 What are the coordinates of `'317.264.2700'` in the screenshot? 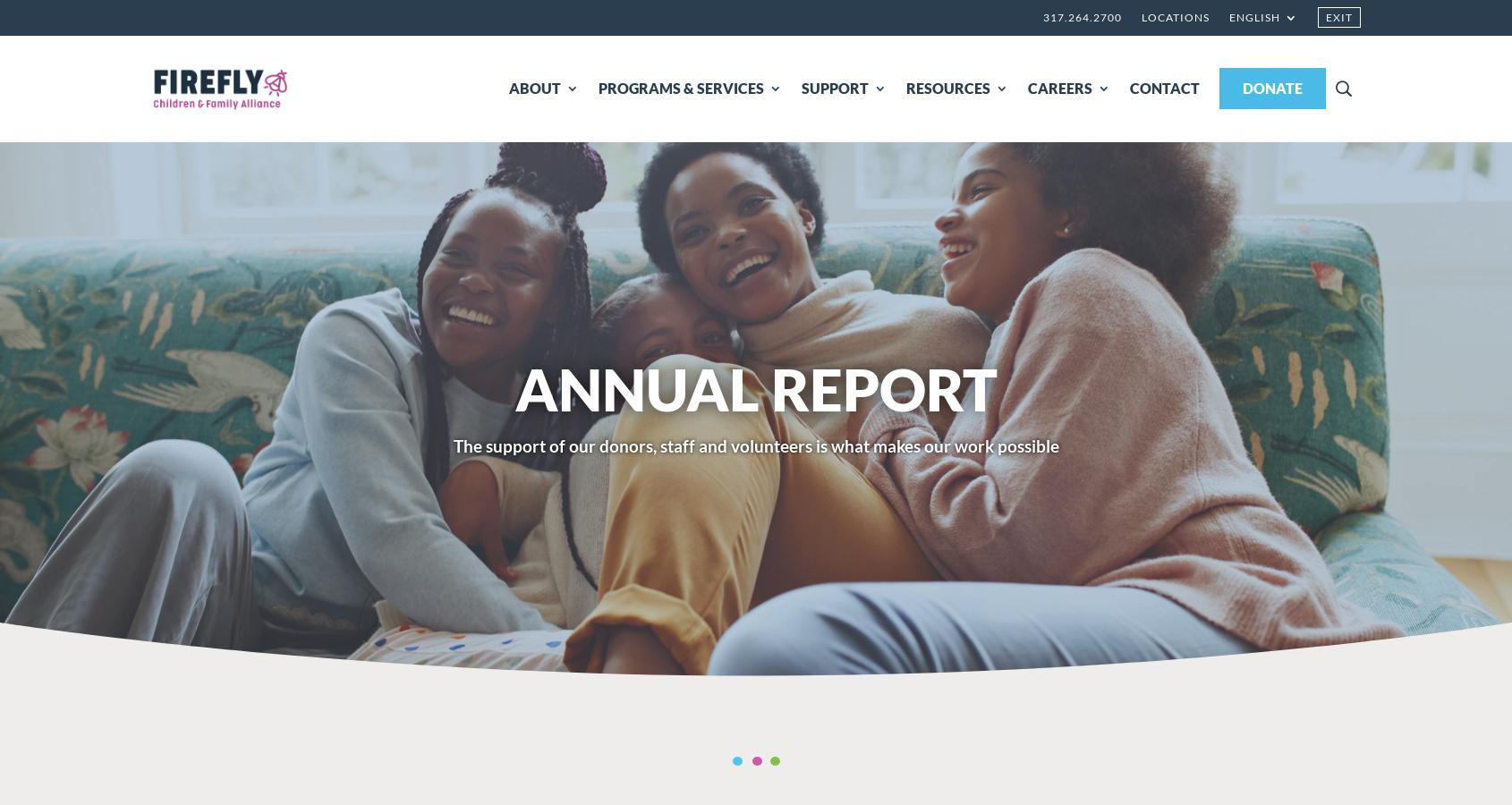 It's located at (1042, 16).